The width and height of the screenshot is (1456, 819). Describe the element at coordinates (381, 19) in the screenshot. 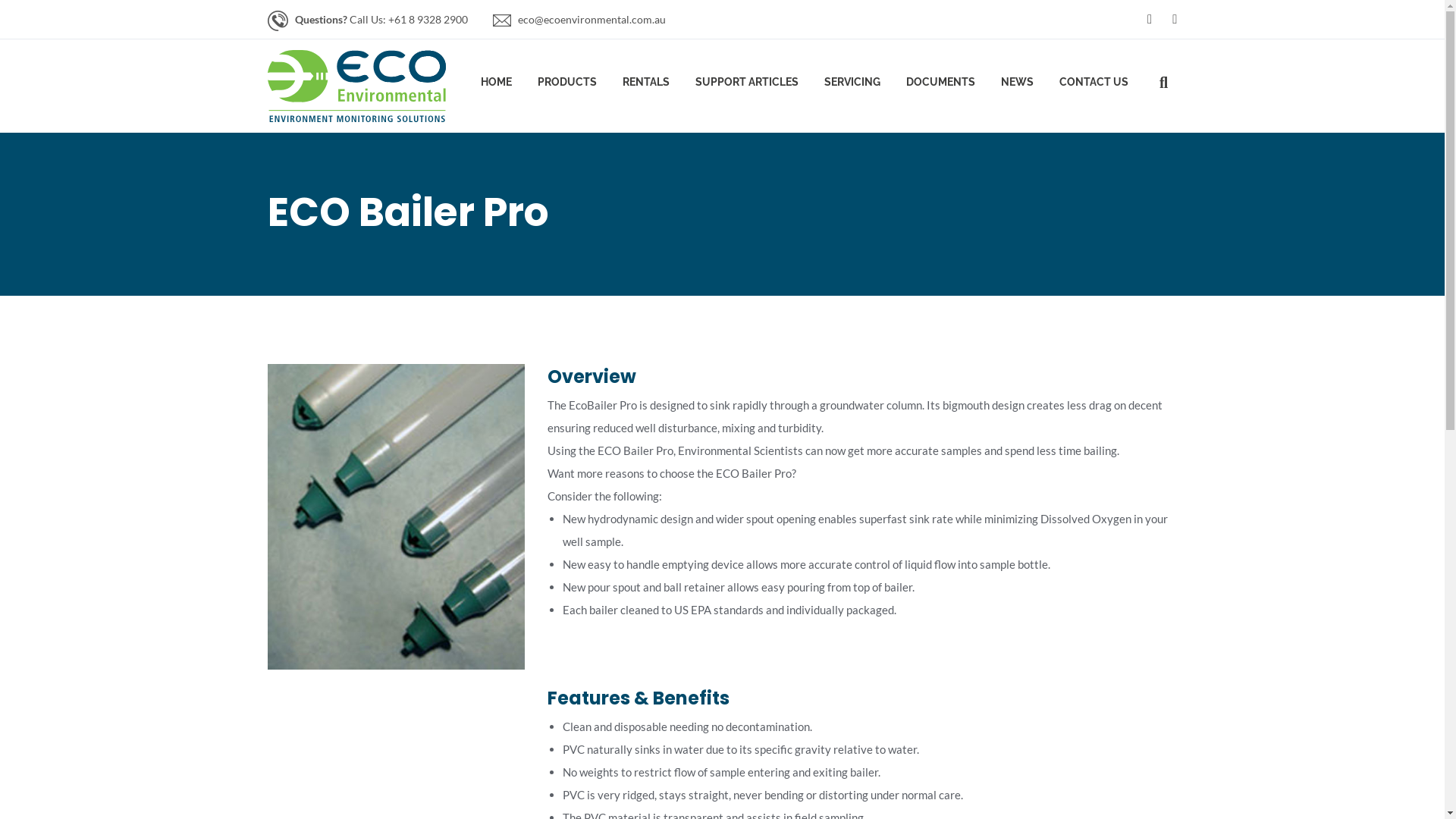

I see `'Questions? Call Us: +61 8 9328 2900'` at that location.